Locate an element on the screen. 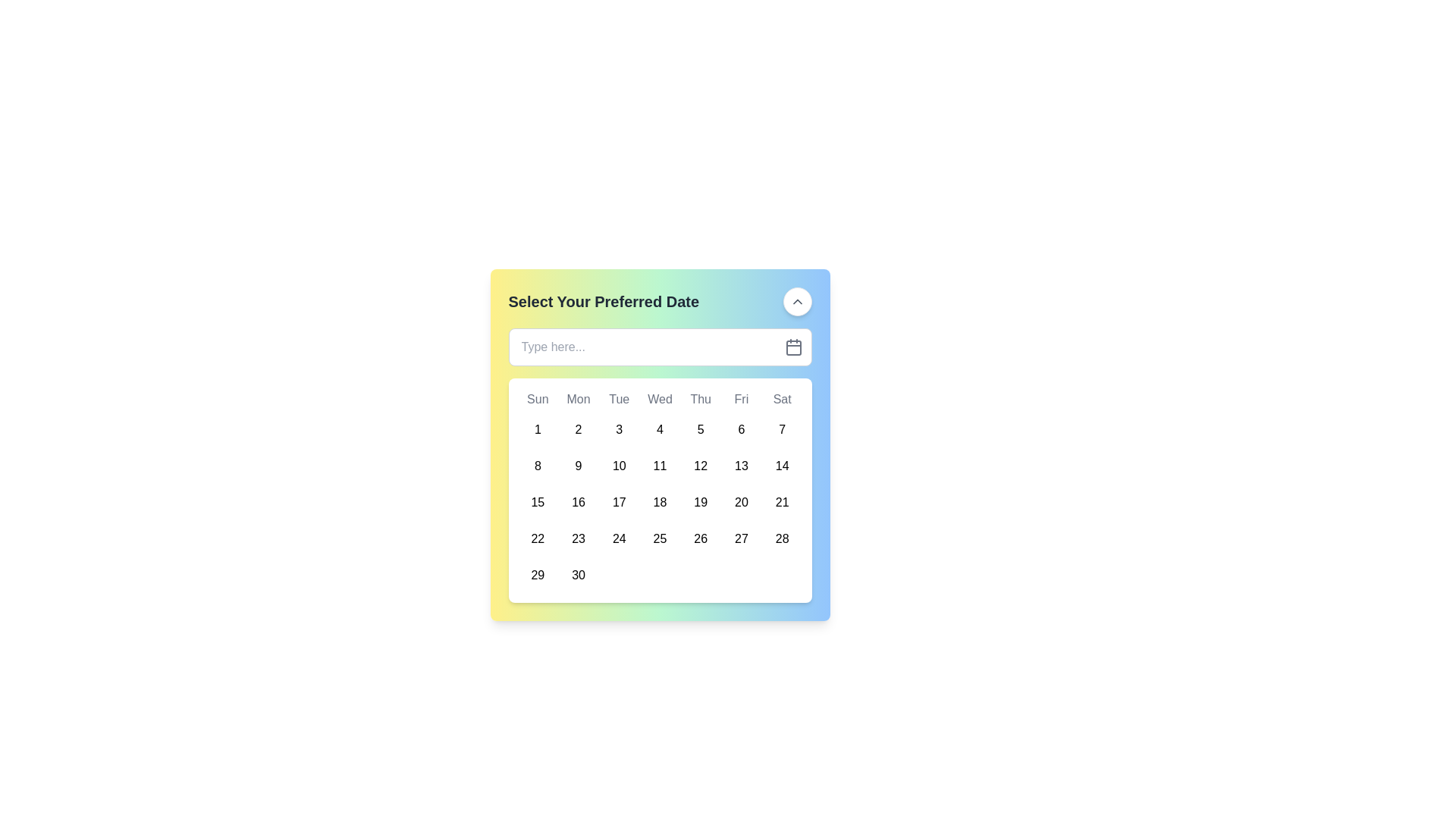 The height and width of the screenshot is (819, 1456). the circular button labeled '11' in the third row, fourth column of the monthly calendar grid is located at coordinates (660, 465).